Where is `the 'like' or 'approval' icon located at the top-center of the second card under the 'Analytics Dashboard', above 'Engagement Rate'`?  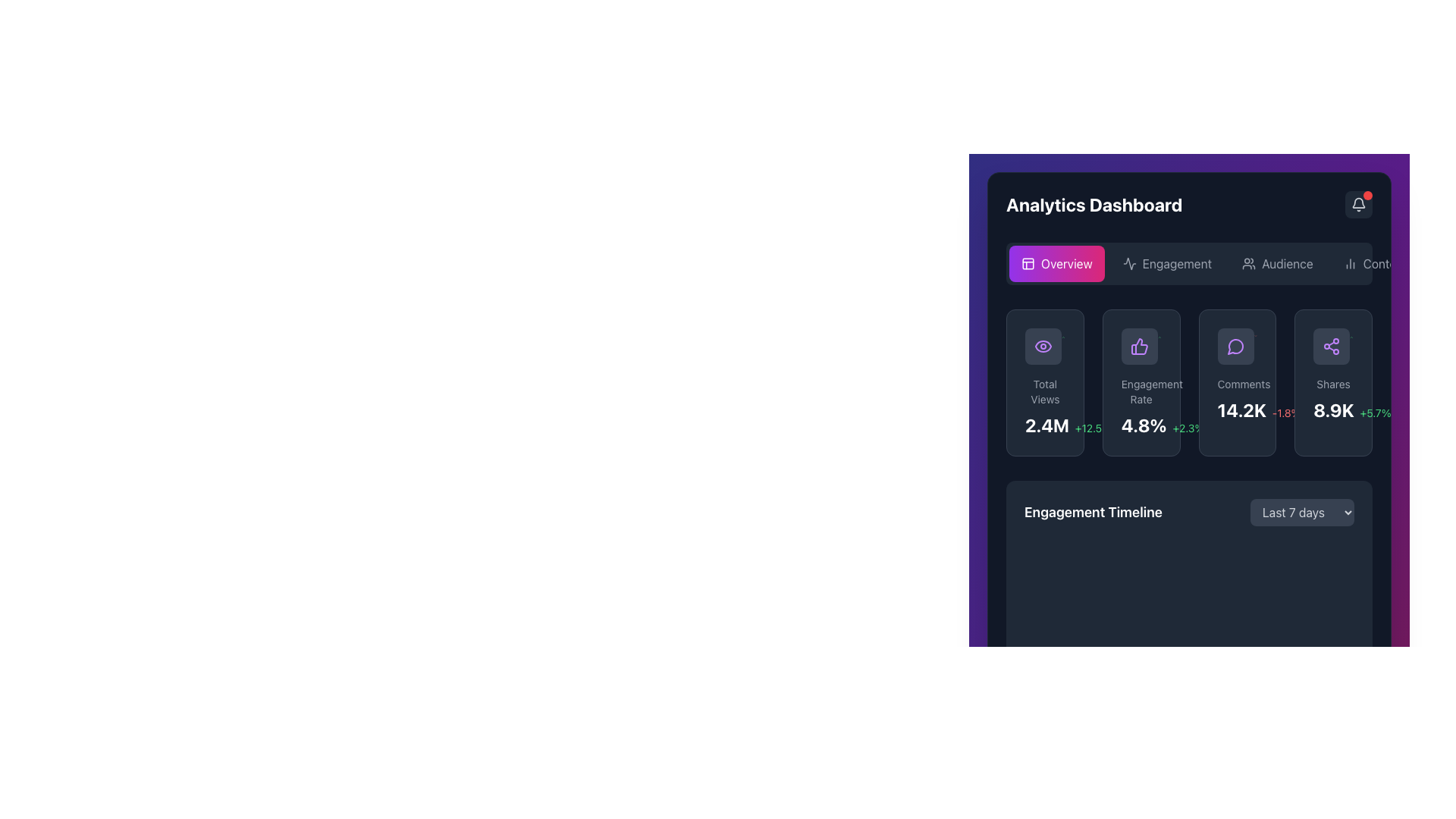 the 'like' or 'approval' icon located at the top-center of the second card under the 'Analytics Dashboard', above 'Engagement Rate' is located at coordinates (1141, 346).